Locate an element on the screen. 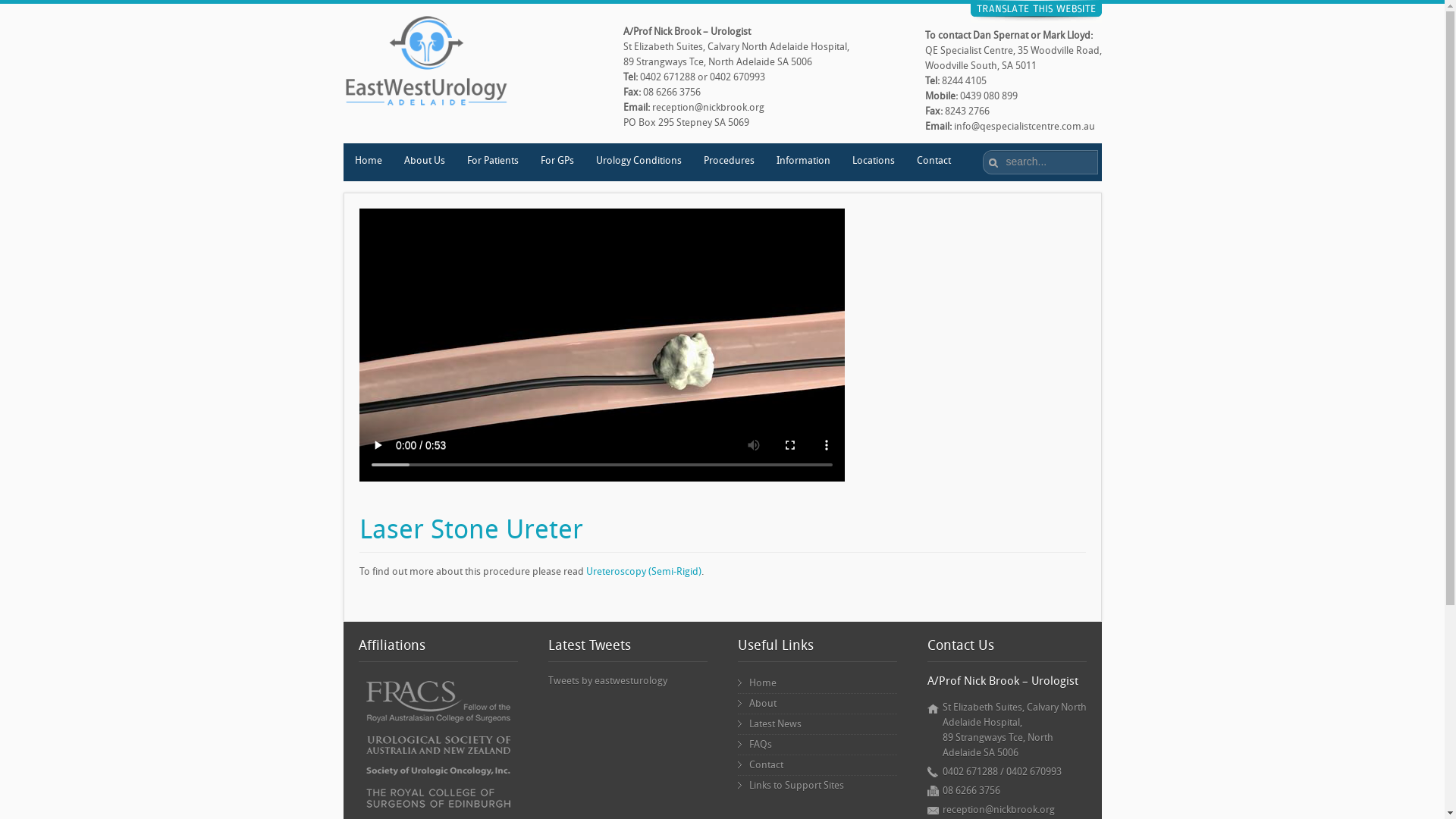 This screenshot has width=1456, height=819. '08 6266 3756' is located at coordinates (941, 789).